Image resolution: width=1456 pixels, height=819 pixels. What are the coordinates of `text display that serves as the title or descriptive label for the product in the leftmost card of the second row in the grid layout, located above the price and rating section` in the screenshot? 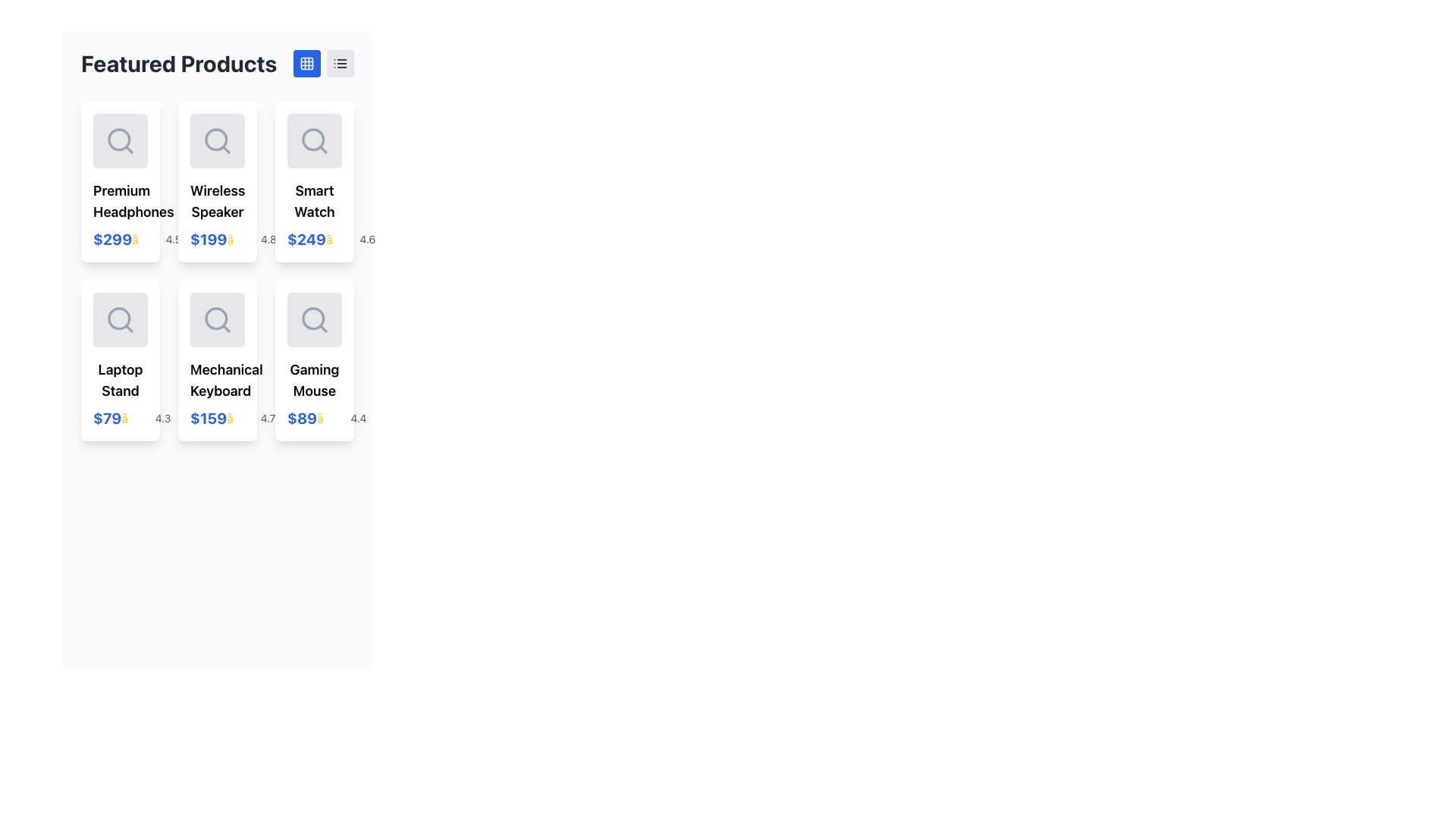 It's located at (119, 379).